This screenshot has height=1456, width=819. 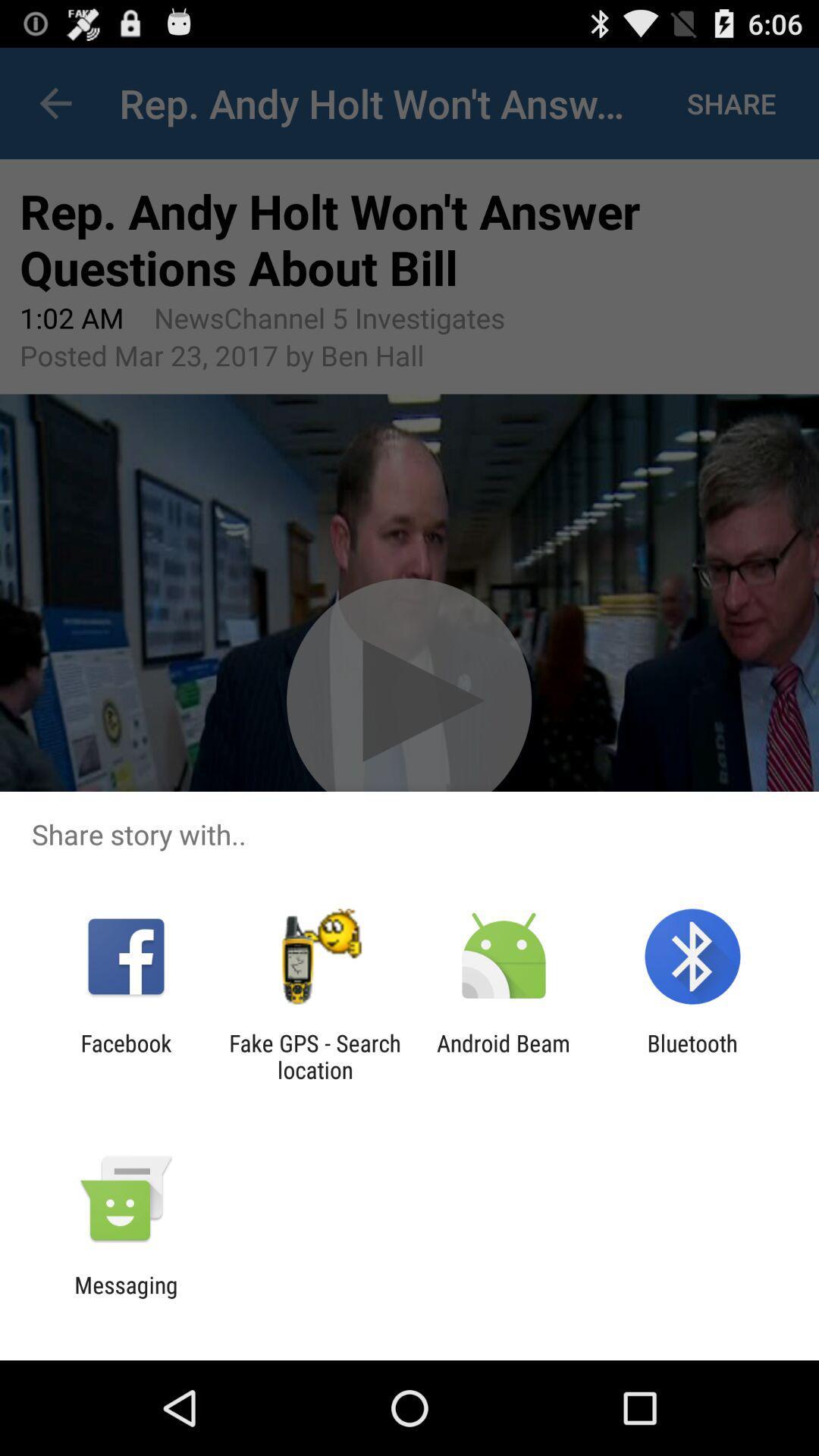 I want to click on bluetooth item, so click(x=692, y=1056).